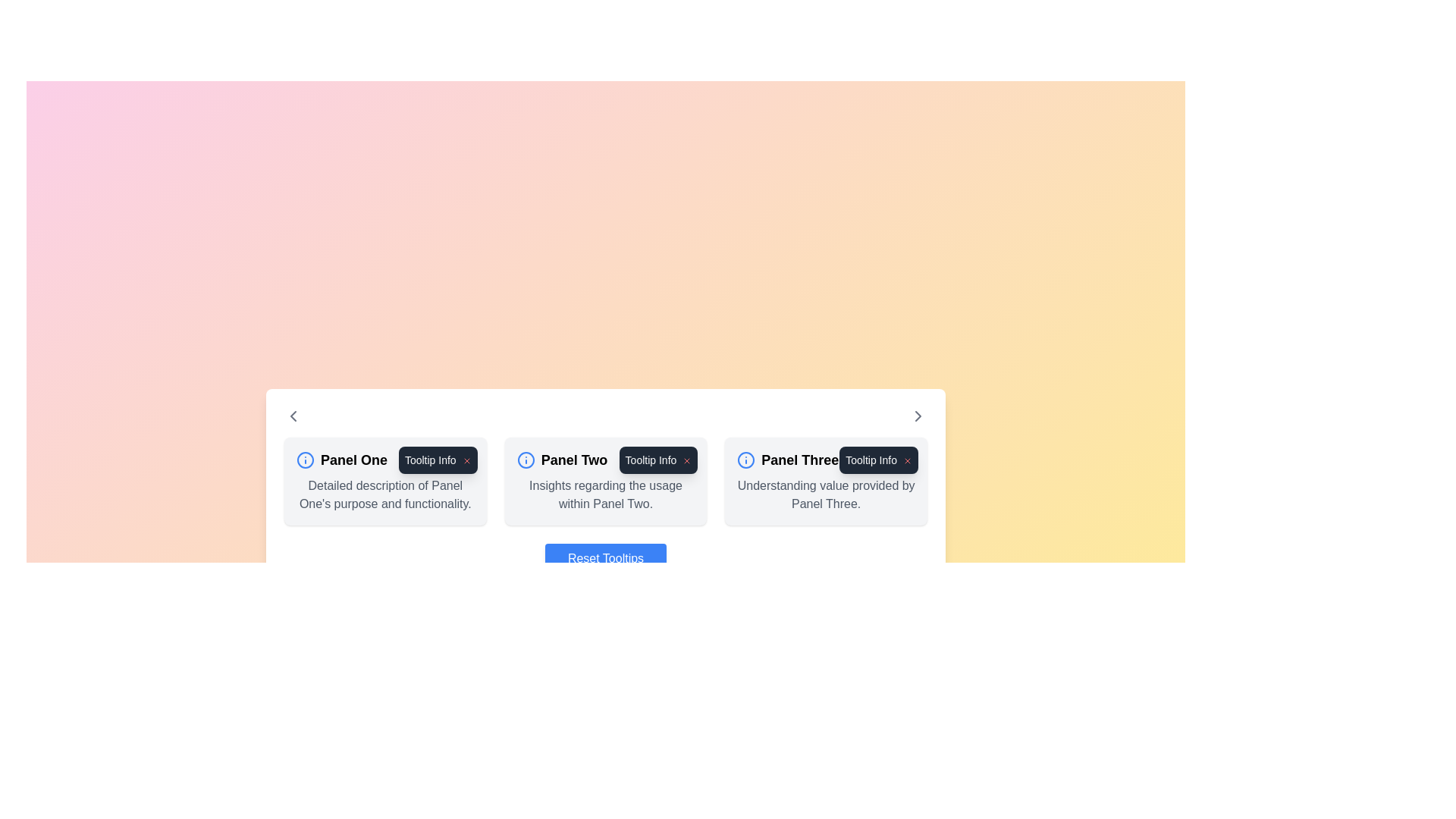  What do you see at coordinates (526, 459) in the screenshot?
I see `the circular 'info' icon with a blue outline located in the upper section of 'Panel One'` at bounding box center [526, 459].